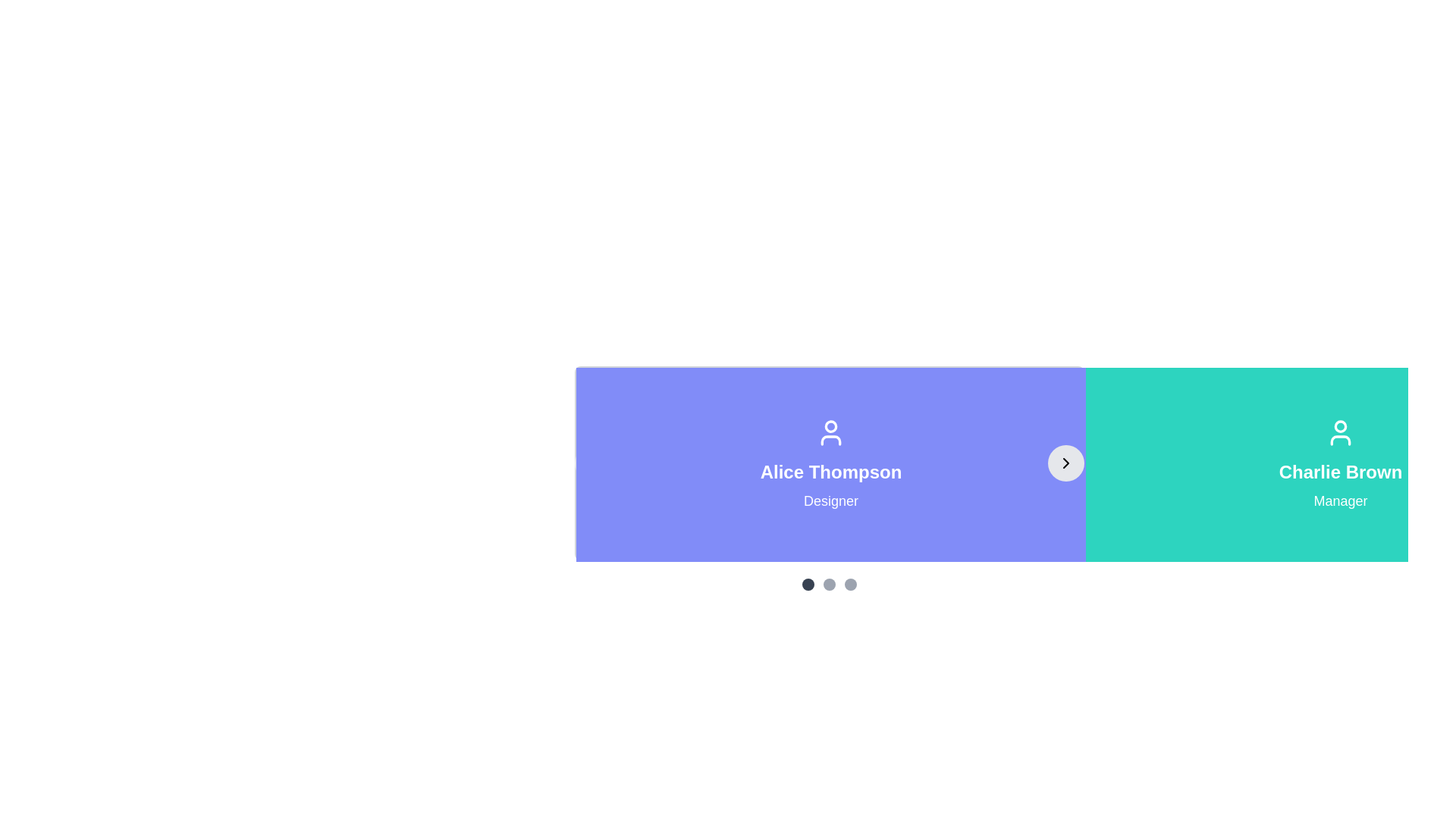  Describe the element at coordinates (1065, 462) in the screenshot. I see `the rightward-pointing arrow-shaped icon with a thin black outline located within the user profile card for 'Alice Thompson'` at that location.